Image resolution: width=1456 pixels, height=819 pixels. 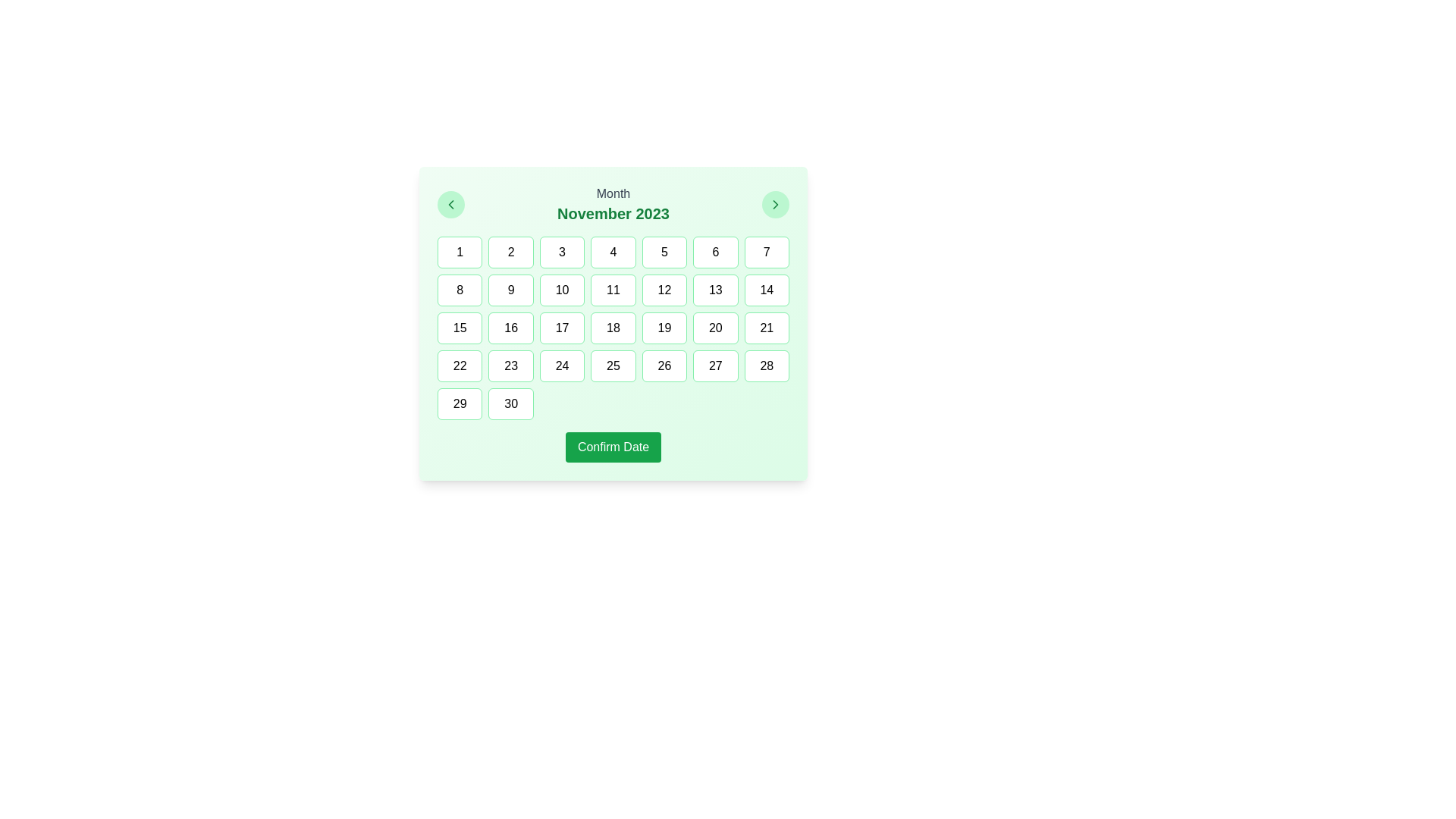 I want to click on the button that allows the user to select the 21st day in the calendar month, located in the third row and seventh column of the grid, to trigger the hover effect, so click(x=767, y=327).